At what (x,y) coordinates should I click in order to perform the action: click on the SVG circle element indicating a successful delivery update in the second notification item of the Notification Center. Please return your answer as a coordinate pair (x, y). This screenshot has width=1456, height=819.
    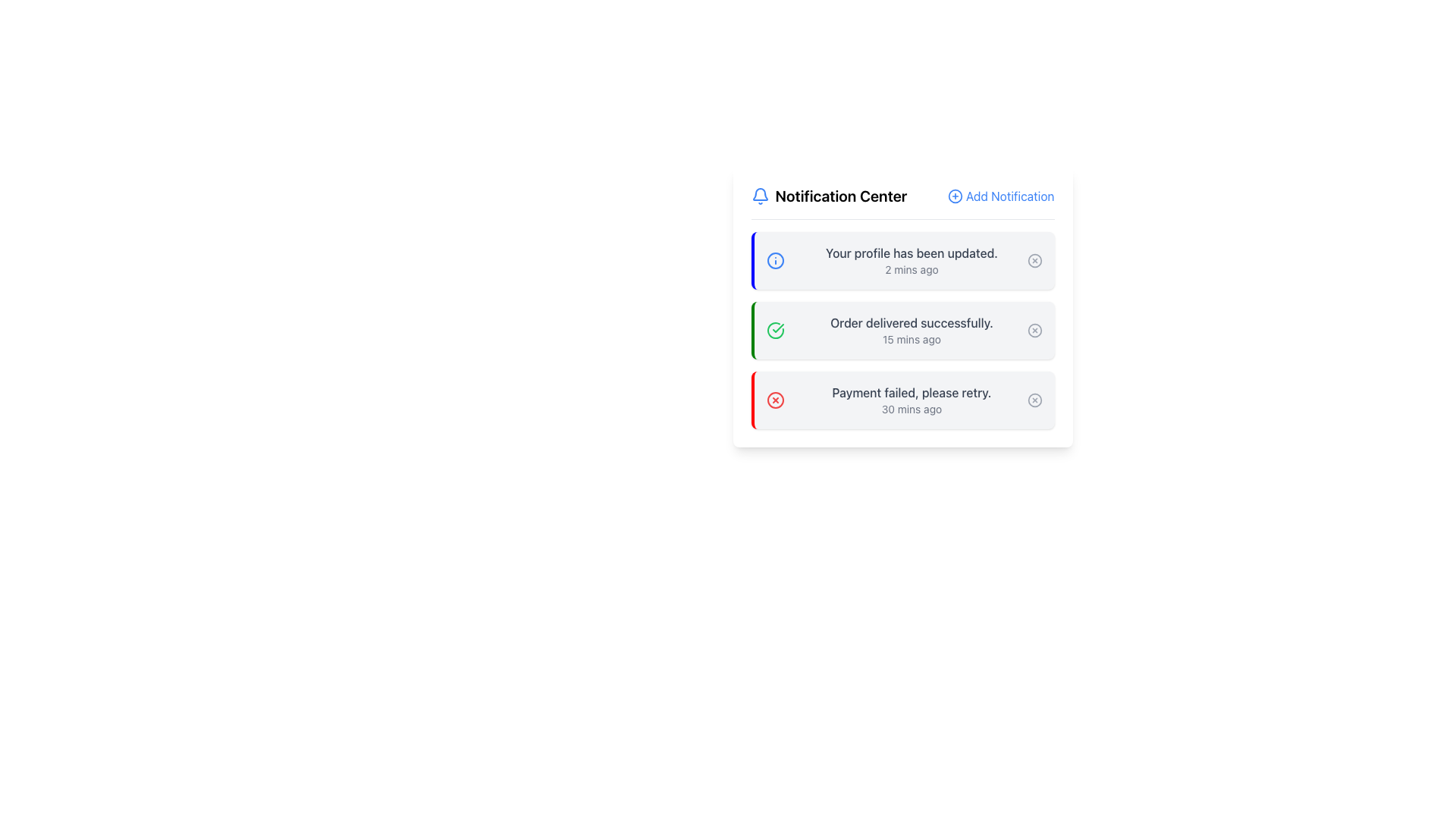
    Looking at the image, I should click on (1034, 329).